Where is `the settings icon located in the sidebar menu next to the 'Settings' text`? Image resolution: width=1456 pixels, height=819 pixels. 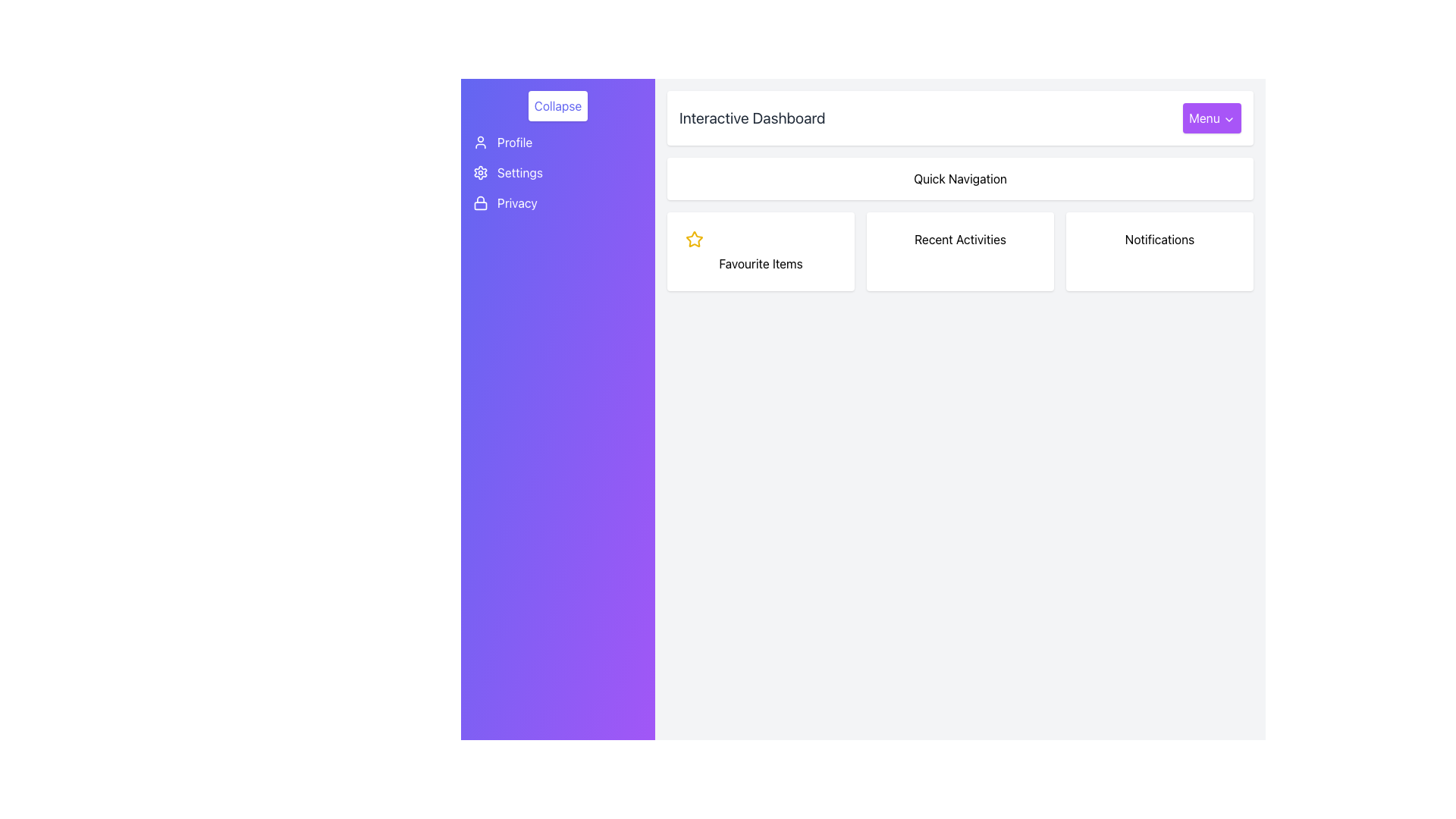 the settings icon located in the sidebar menu next to the 'Settings' text is located at coordinates (479, 171).